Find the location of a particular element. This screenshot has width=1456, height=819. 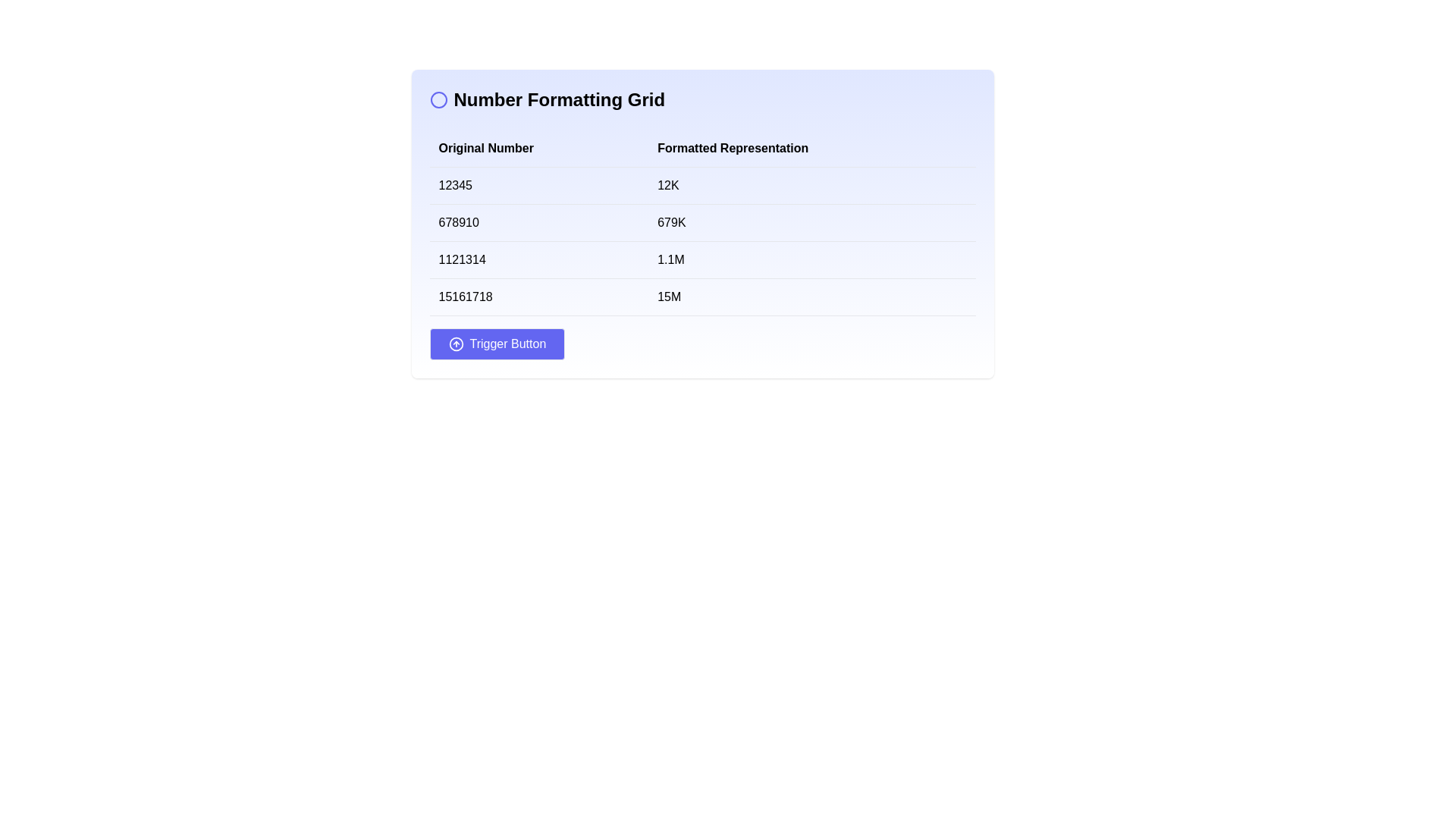

the circular icon containing an upward-pointing arrow, which is located to the left of the 'Trigger Button' text is located at coordinates (455, 344).